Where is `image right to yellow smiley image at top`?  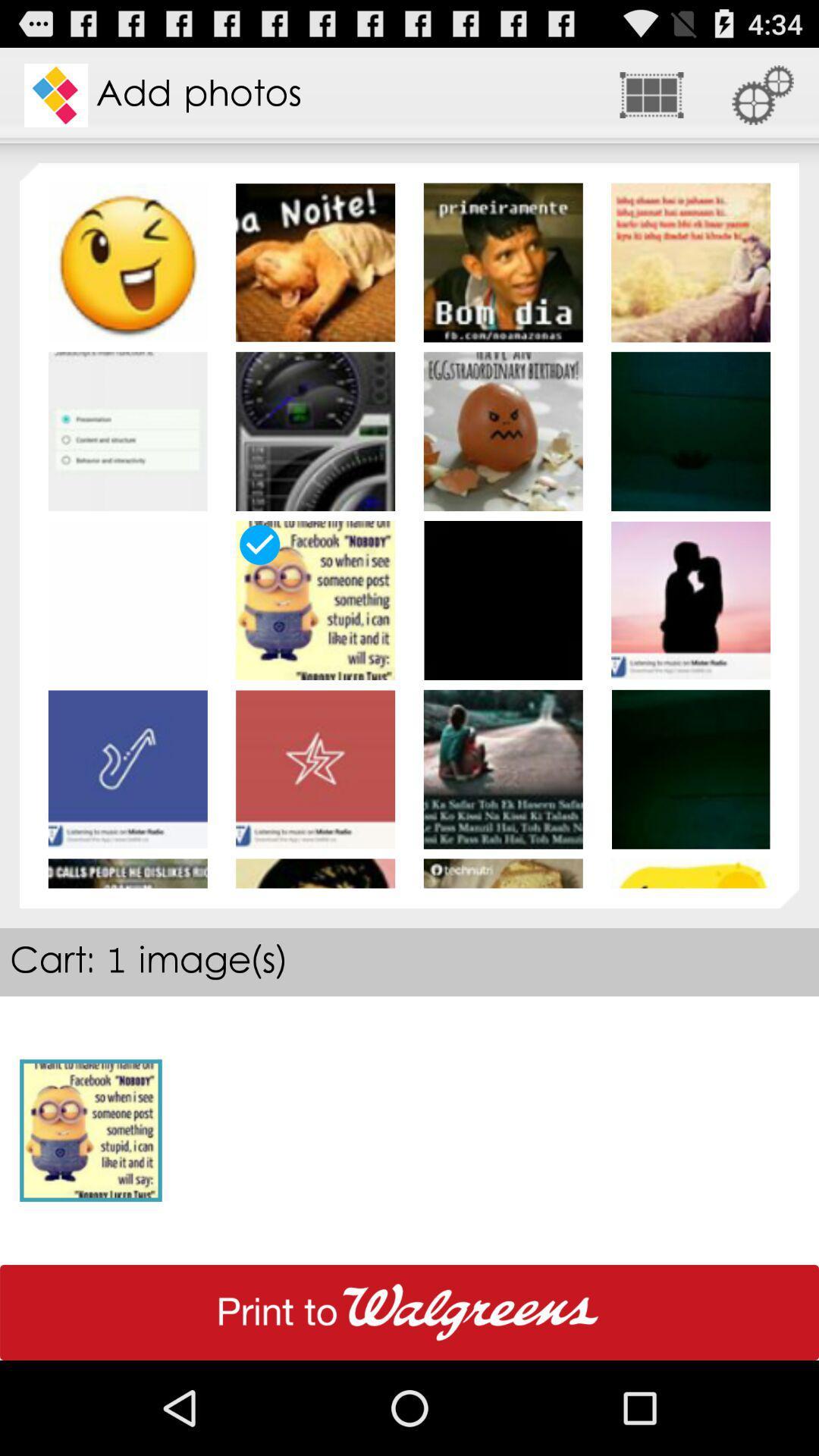
image right to yellow smiley image at top is located at coordinates (315, 262).